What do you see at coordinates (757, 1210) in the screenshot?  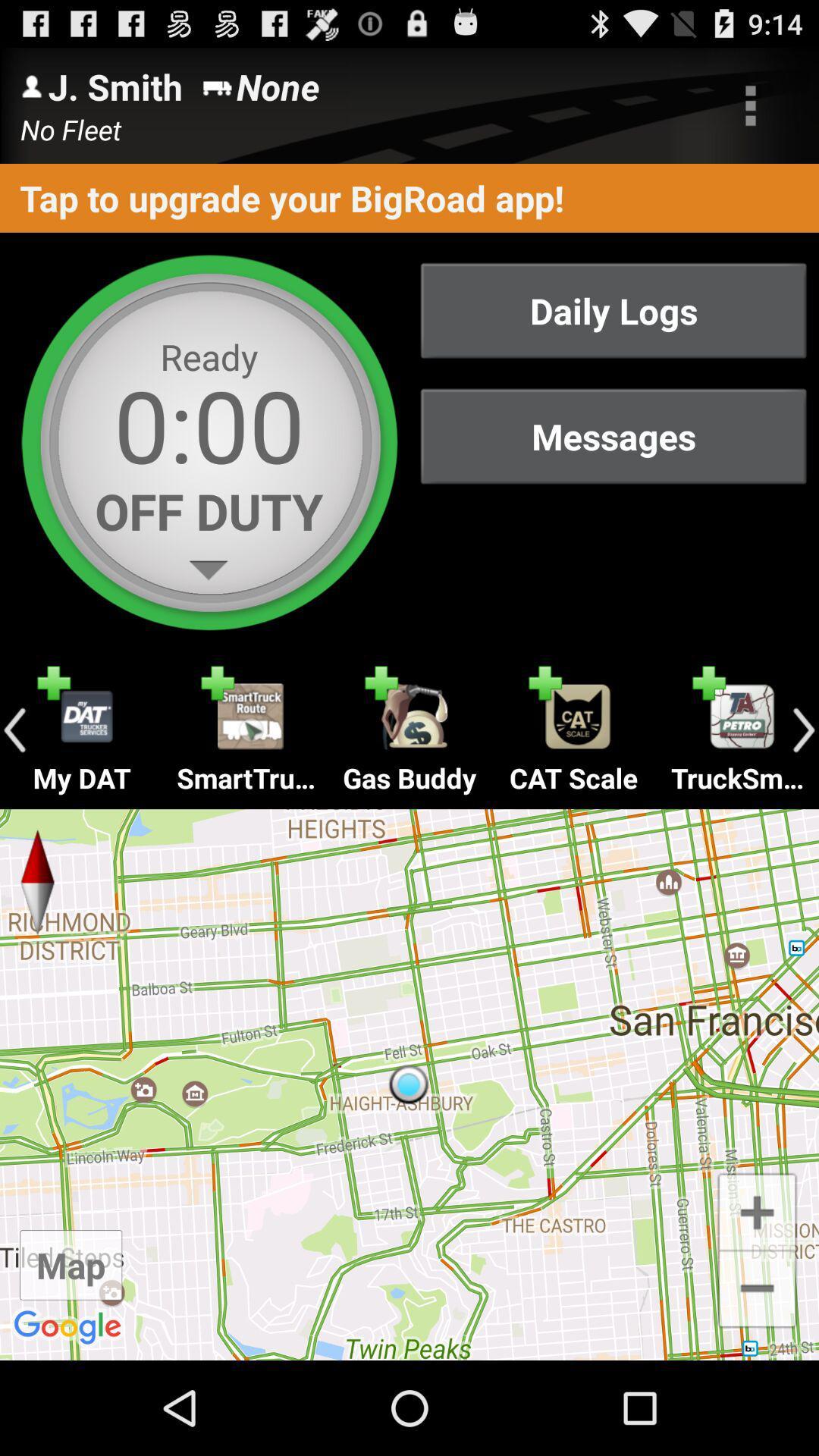 I see `increase zoom` at bounding box center [757, 1210].